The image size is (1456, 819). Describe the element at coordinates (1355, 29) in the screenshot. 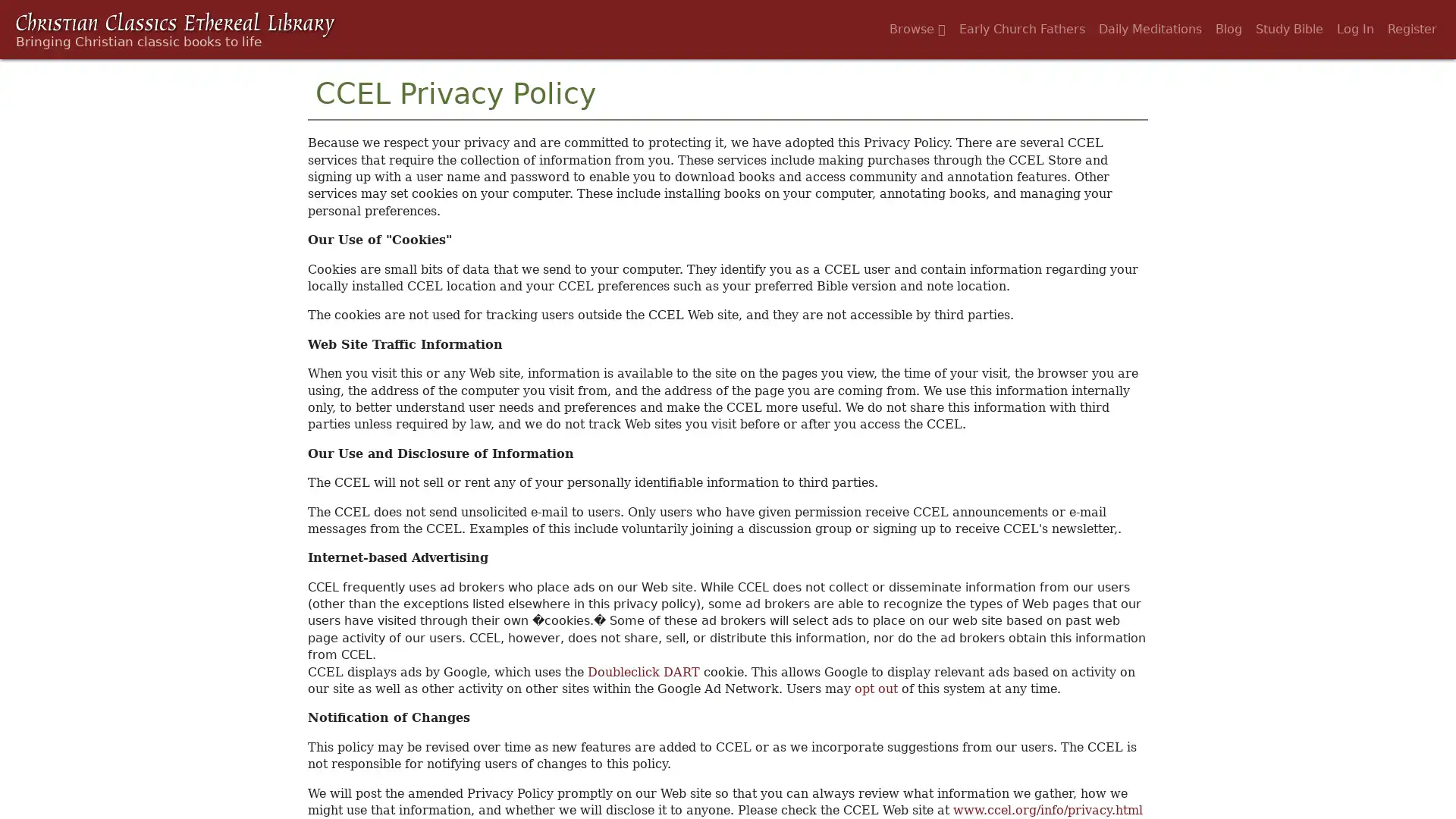

I see `Log In` at that location.